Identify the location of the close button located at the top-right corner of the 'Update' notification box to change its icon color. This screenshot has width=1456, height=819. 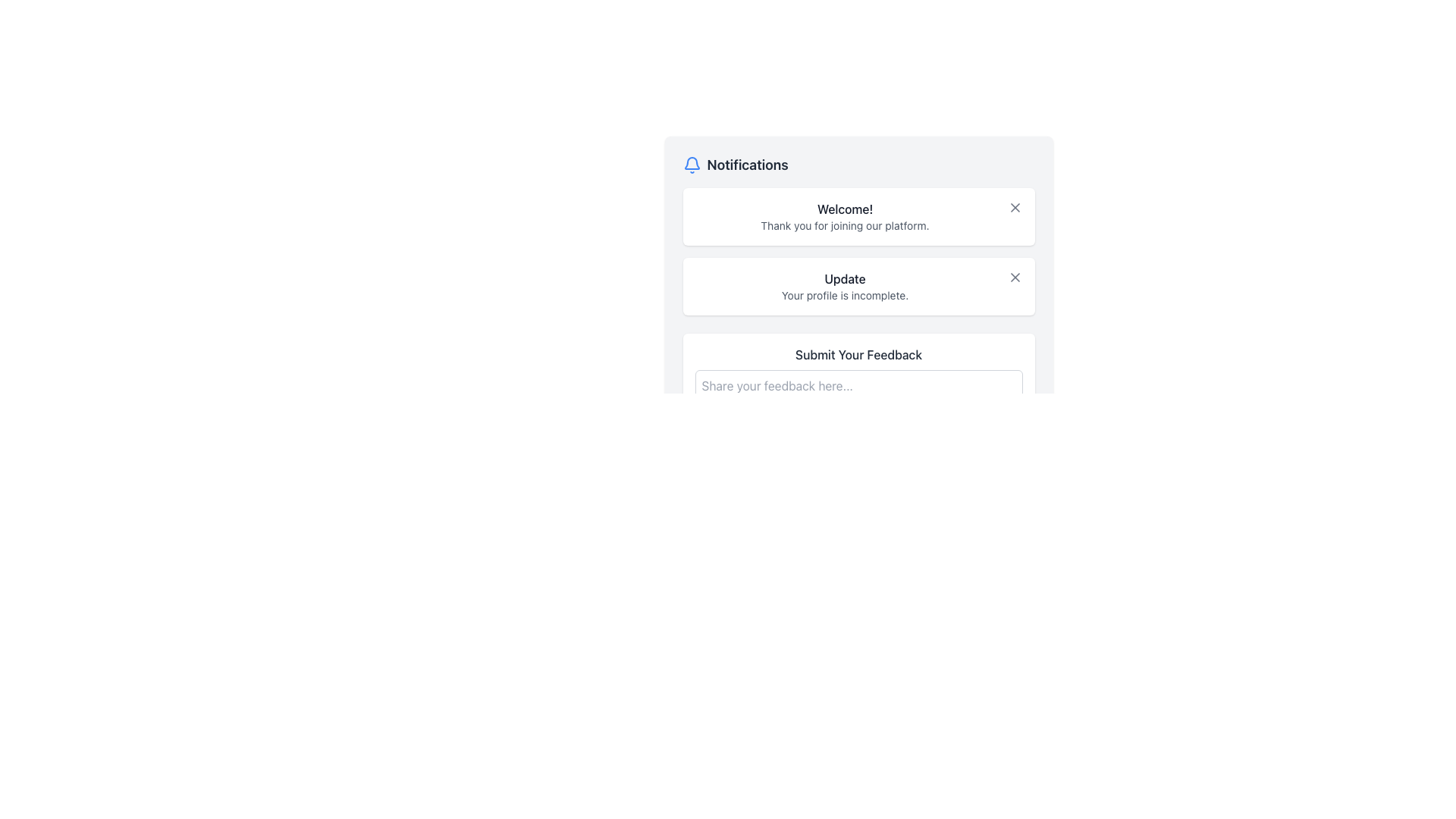
(1015, 278).